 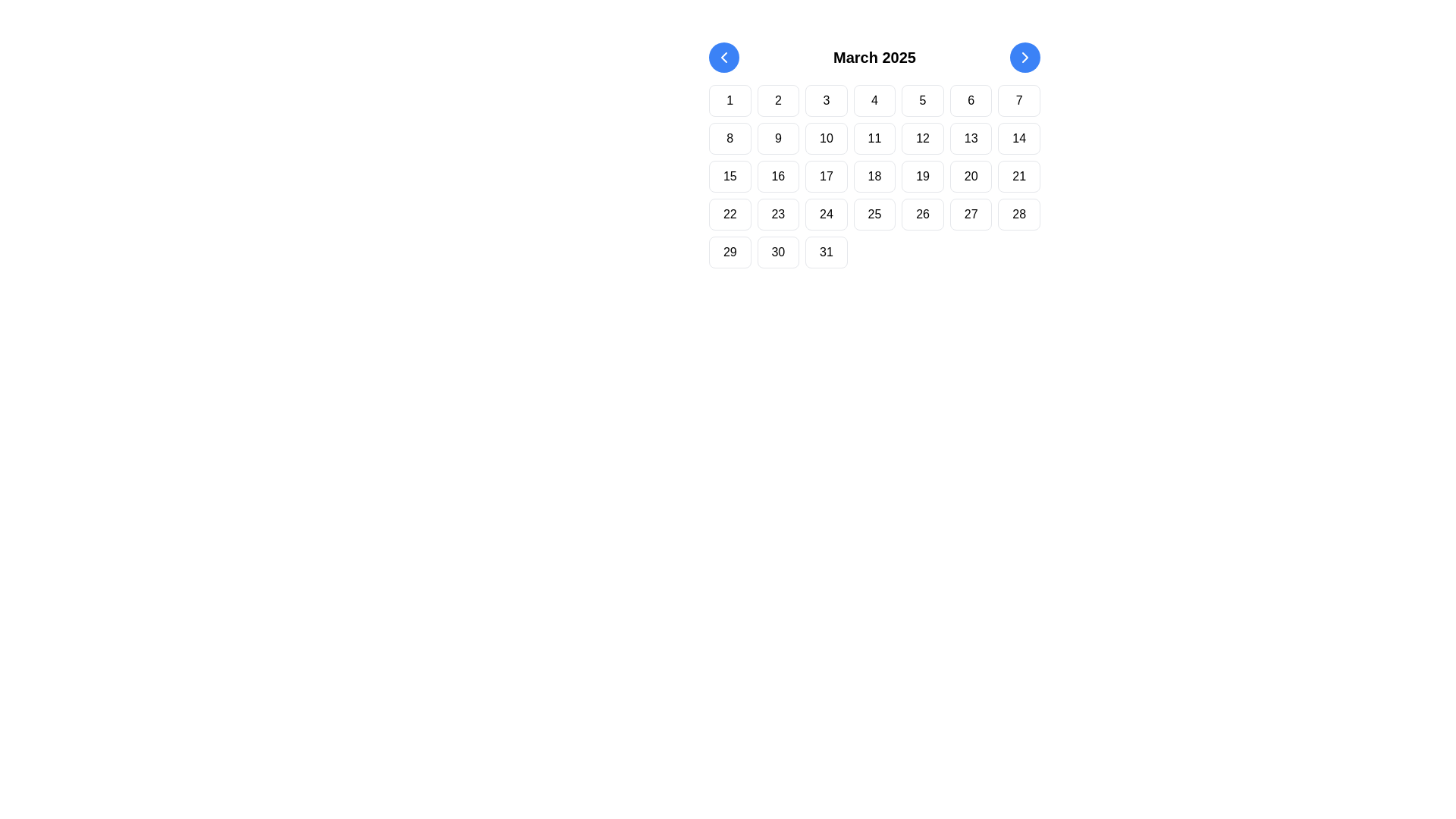 What do you see at coordinates (1025, 57) in the screenshot?
I see `the chevron icon located in the top-right corner of the interface, adjacent to the calendar heading` at bounding box center [1025, 57].